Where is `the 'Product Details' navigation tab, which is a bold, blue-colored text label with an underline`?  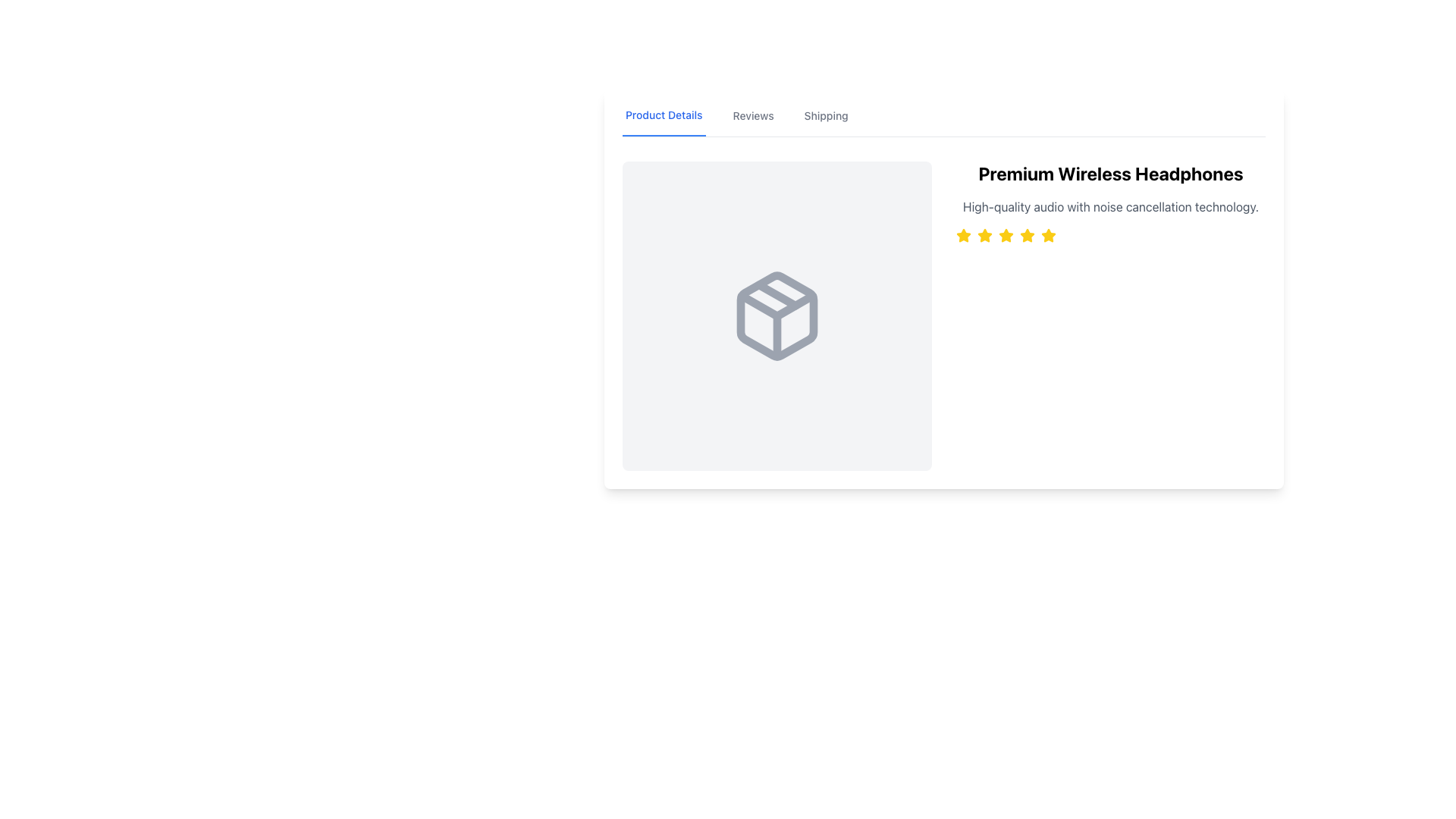
the 'Product Details' navigation tab, which is a bold, blue-colored text label with an underline is located at coordinates (664, 121).